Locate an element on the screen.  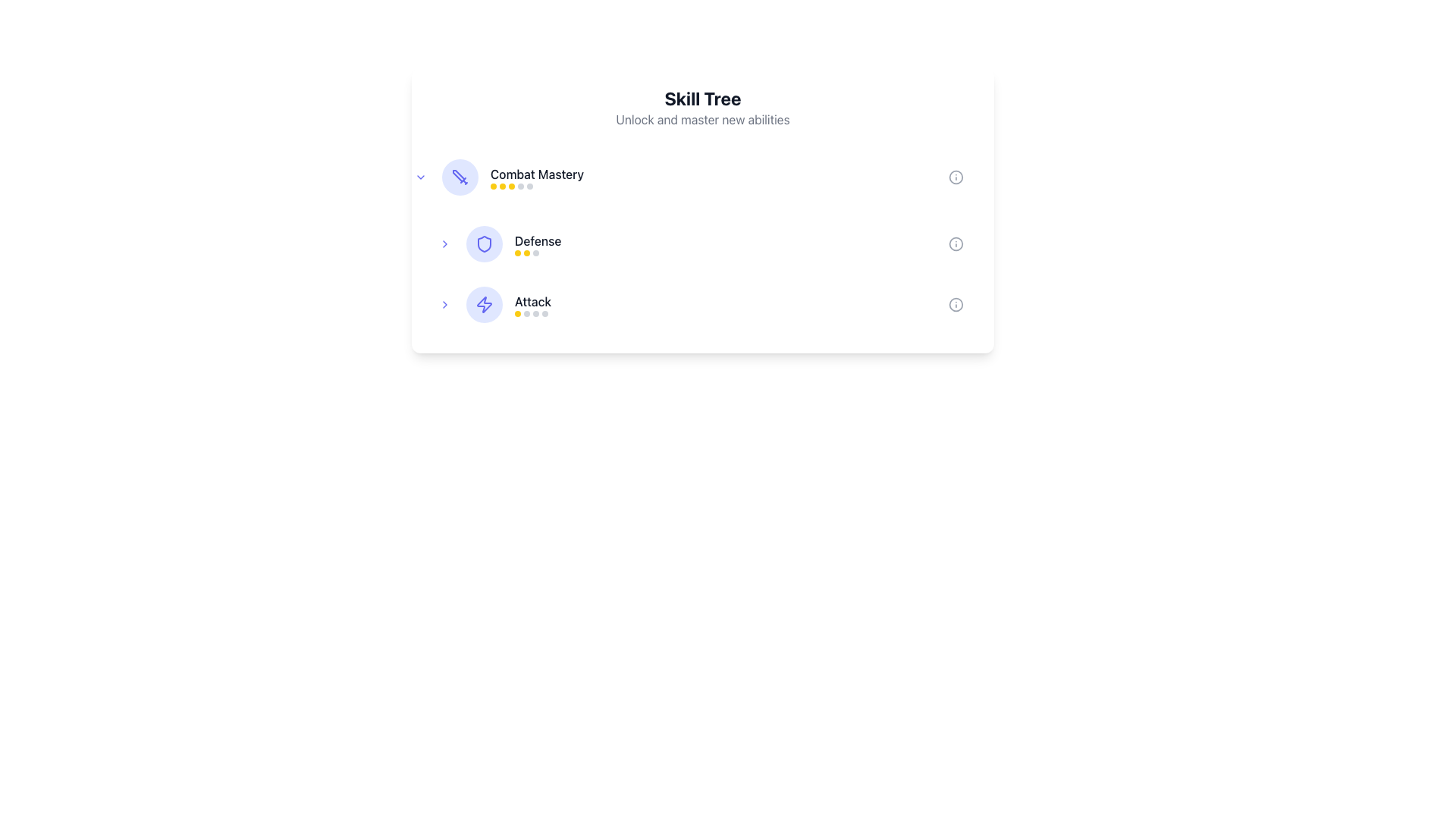
the Informational icon related to the 'Combat Mastery' skill to interact with additional information or help is located at coordinates (955, 177).